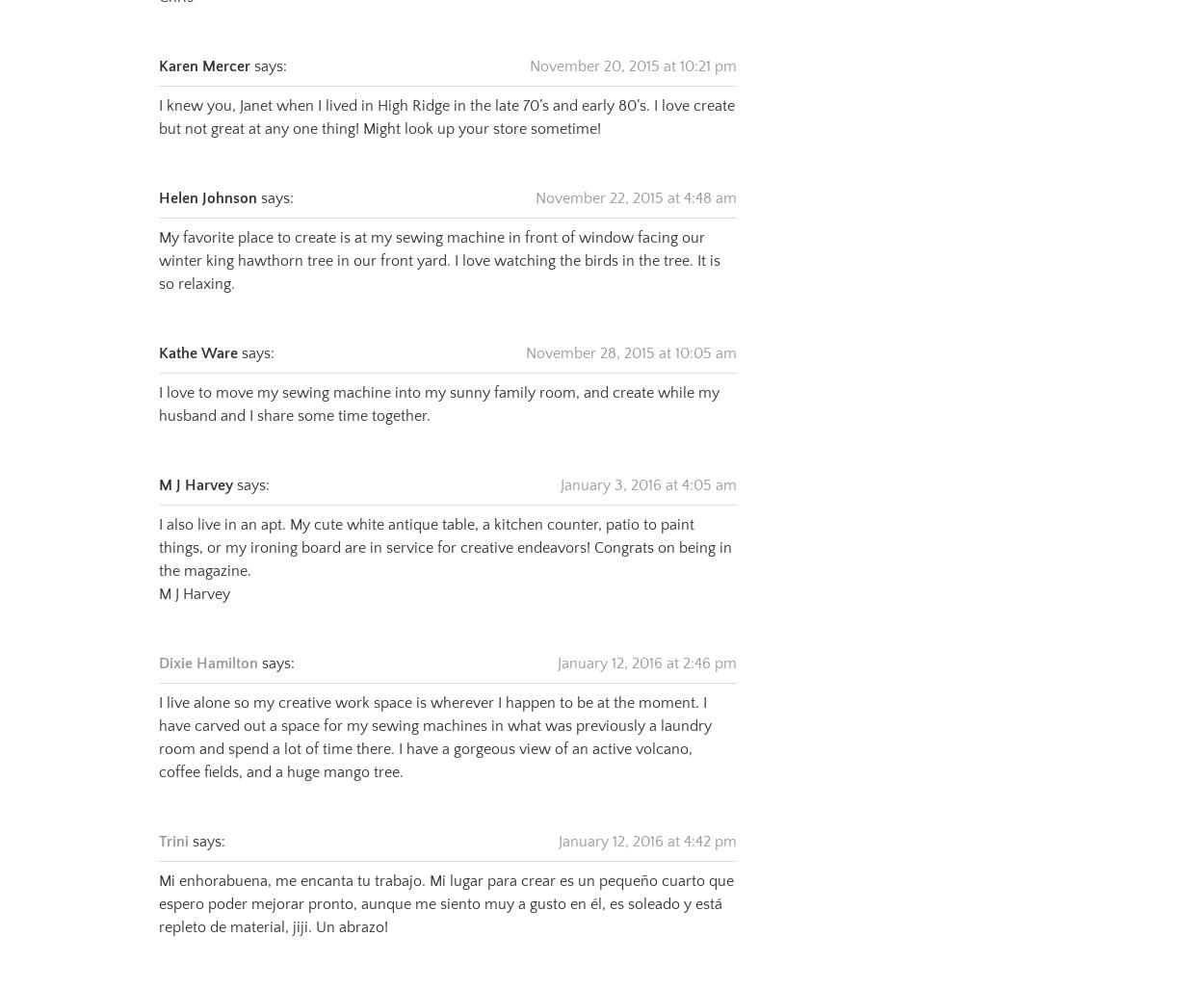  Describe the element at coordinates (636, 172) in the screenshot. I see `'November 22, 2015 at 4:48 am'` at that location.